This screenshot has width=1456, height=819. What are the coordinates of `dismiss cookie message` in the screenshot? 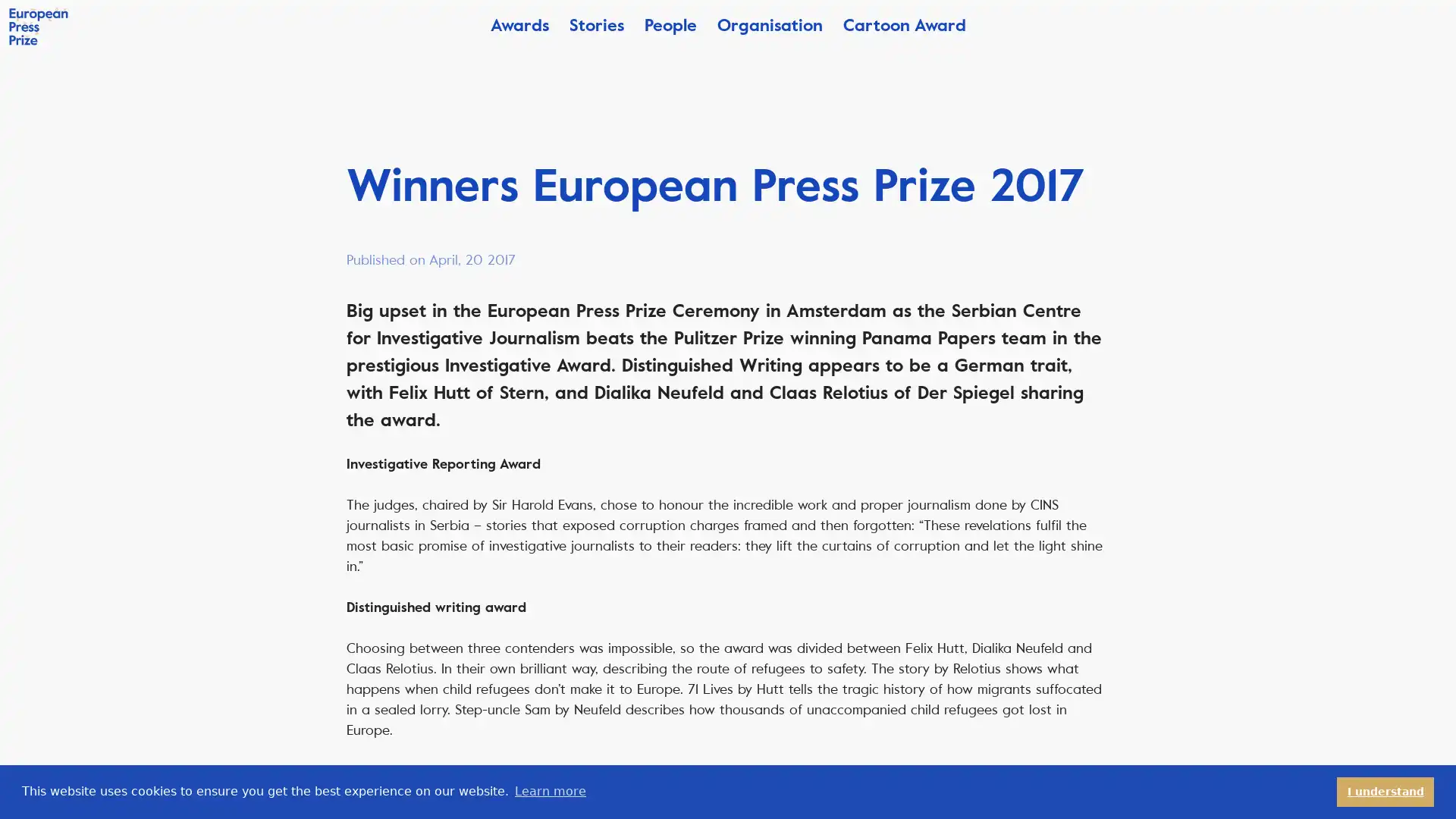 It's located at (1385, 791).